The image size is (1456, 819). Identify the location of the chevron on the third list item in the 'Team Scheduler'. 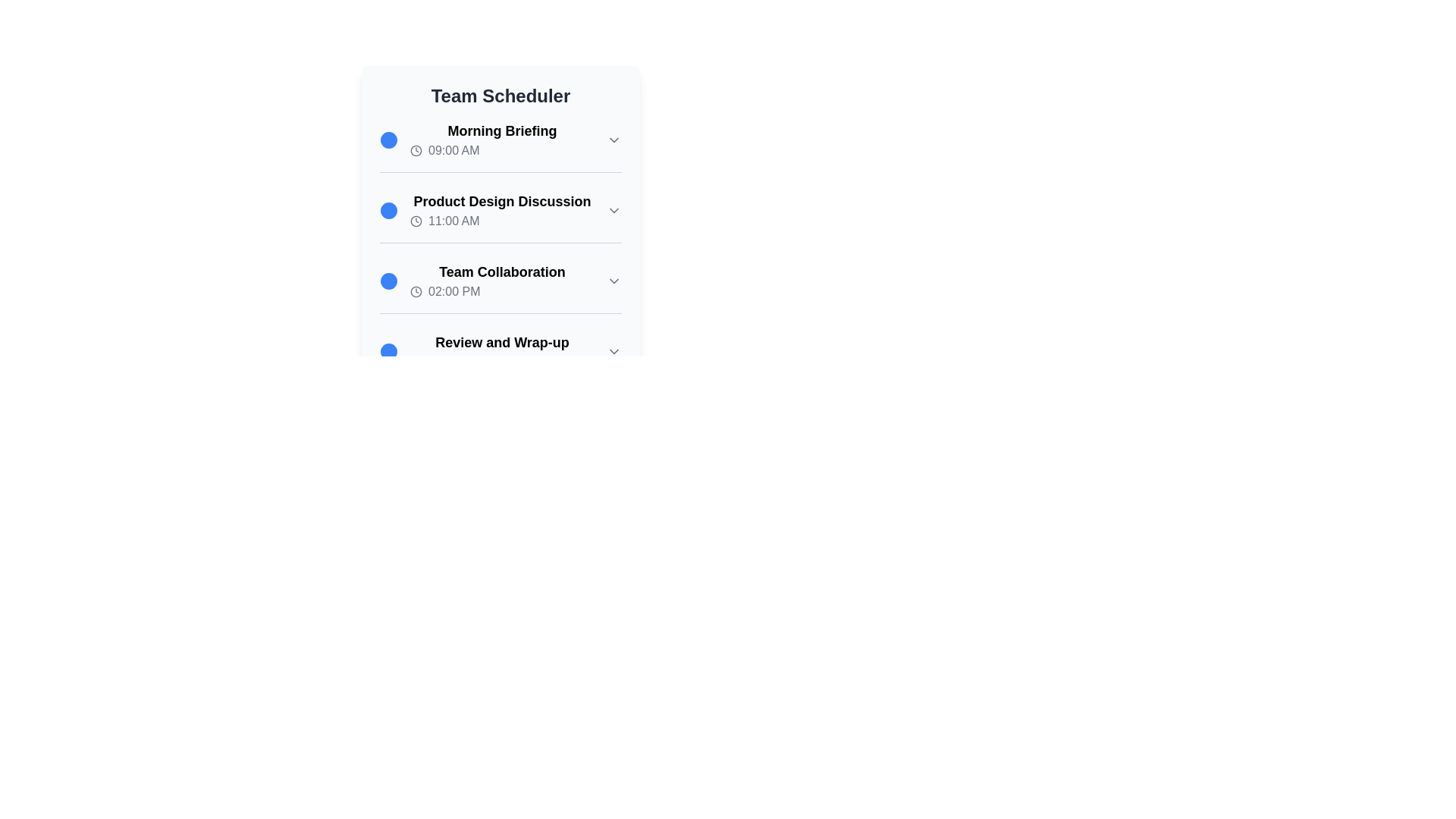
(500, 281).